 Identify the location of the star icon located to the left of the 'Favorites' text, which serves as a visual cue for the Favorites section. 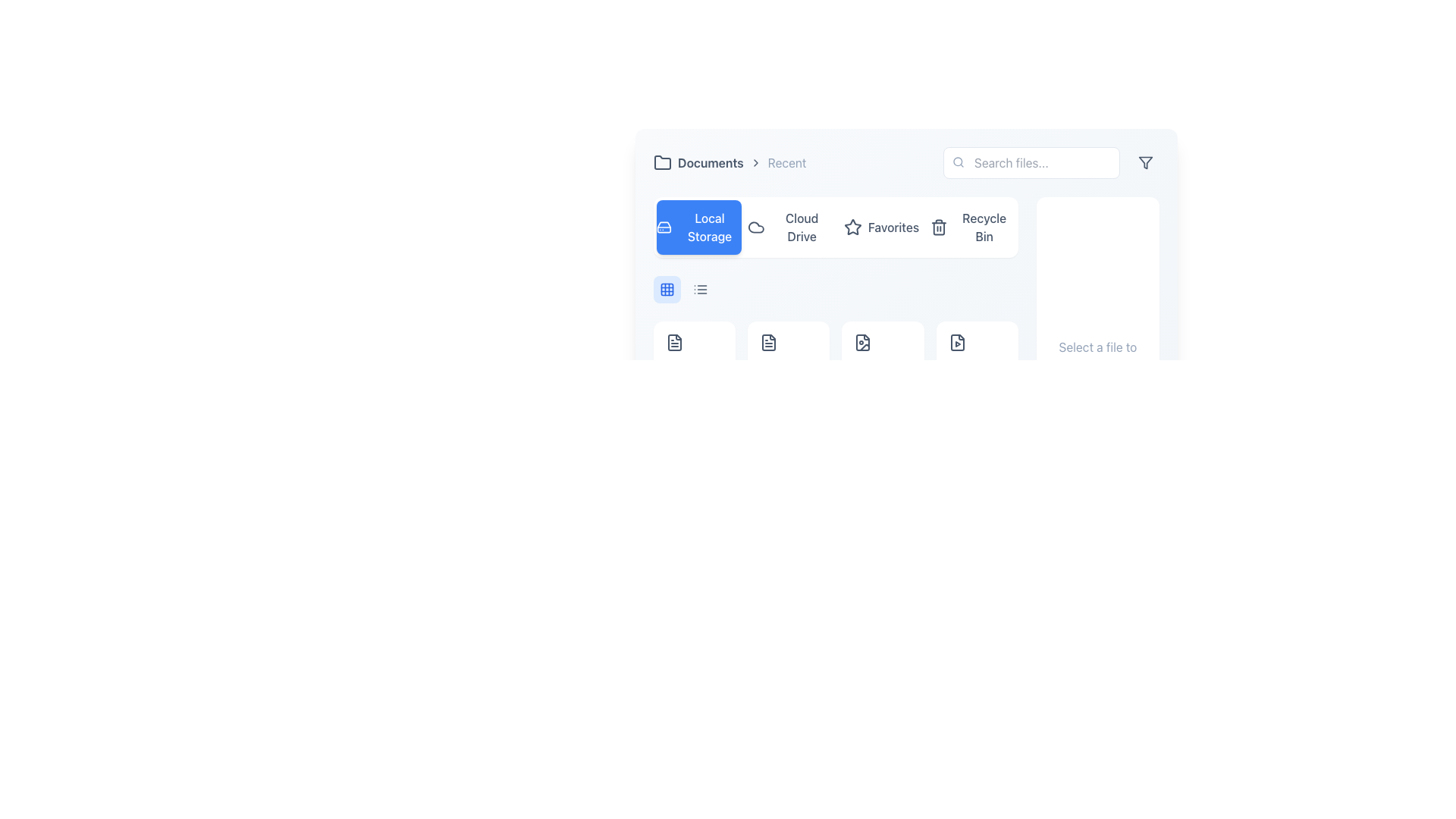
(852, 227).